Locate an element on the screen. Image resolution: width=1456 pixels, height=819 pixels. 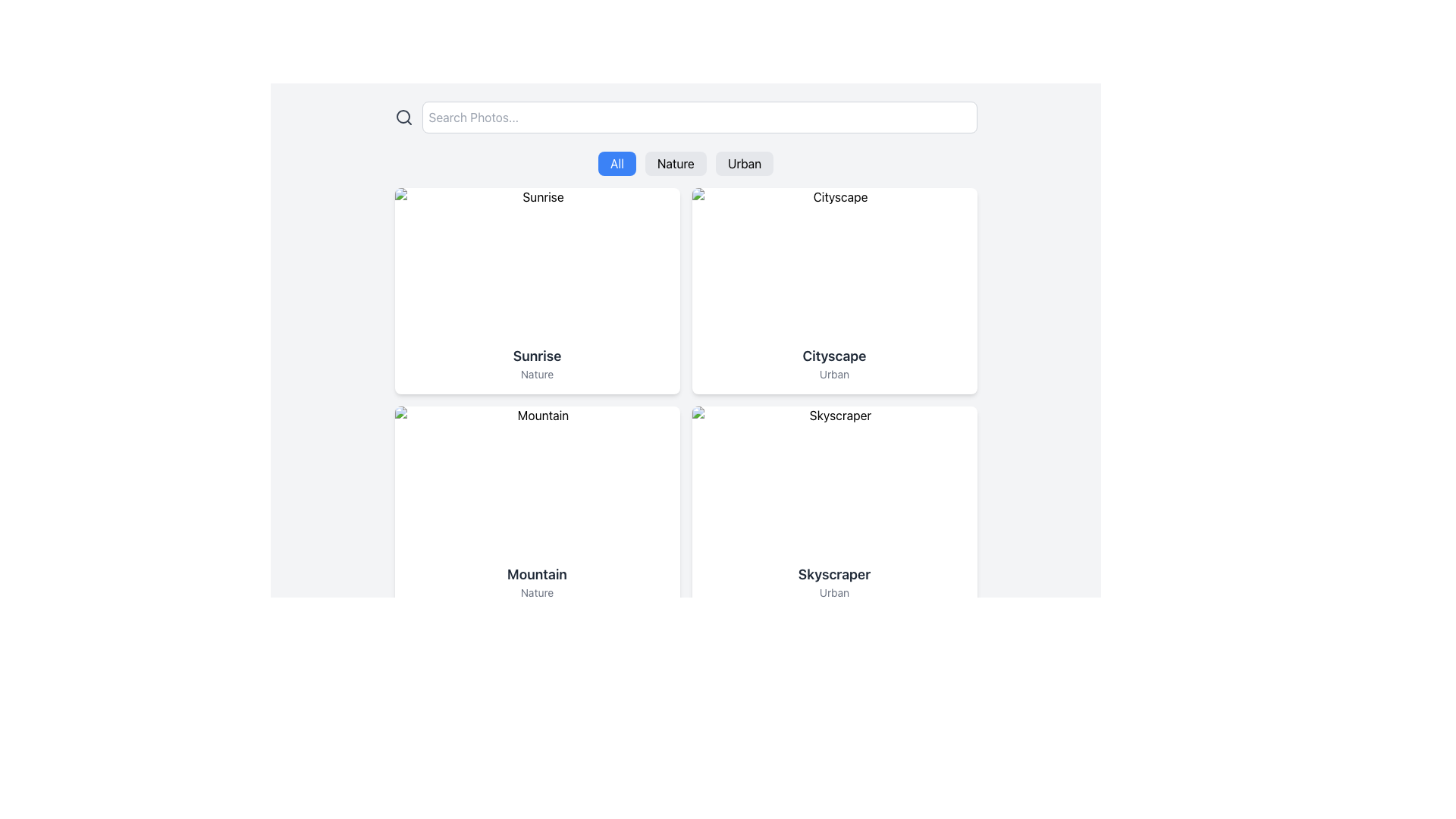
the image element displaying a placeholder for 'Mountain' located in the second row, first column of the card layout is located at coordinates (537, 479).